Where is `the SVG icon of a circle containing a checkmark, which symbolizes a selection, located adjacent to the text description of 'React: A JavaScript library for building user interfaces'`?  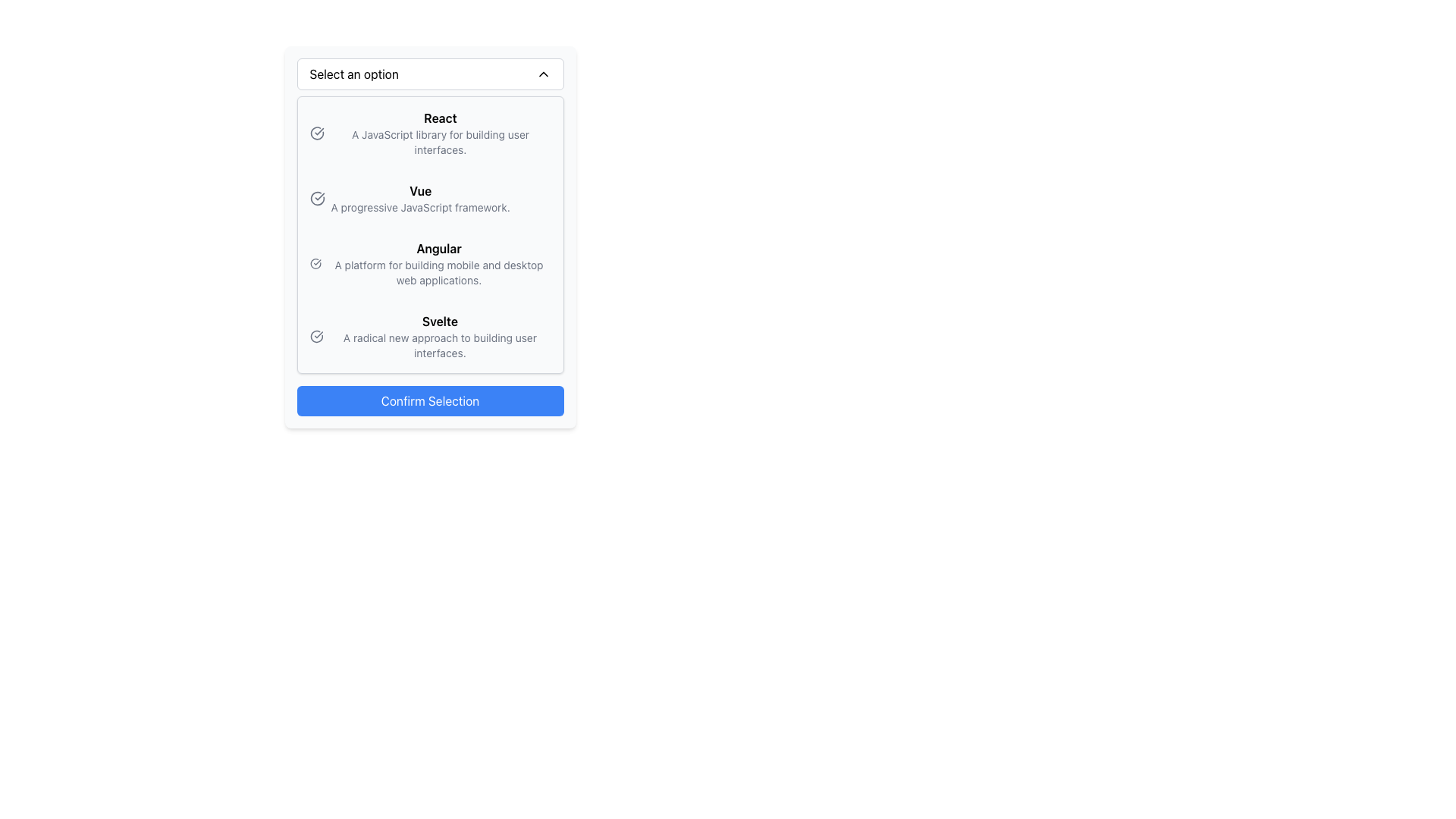
the SVG icon of a circle containing a checkmark, which symbolizes a selection, located adjacent to the text description of 'React: A JavaScript library for building user interfaces' is located at coordinates (315, 133).